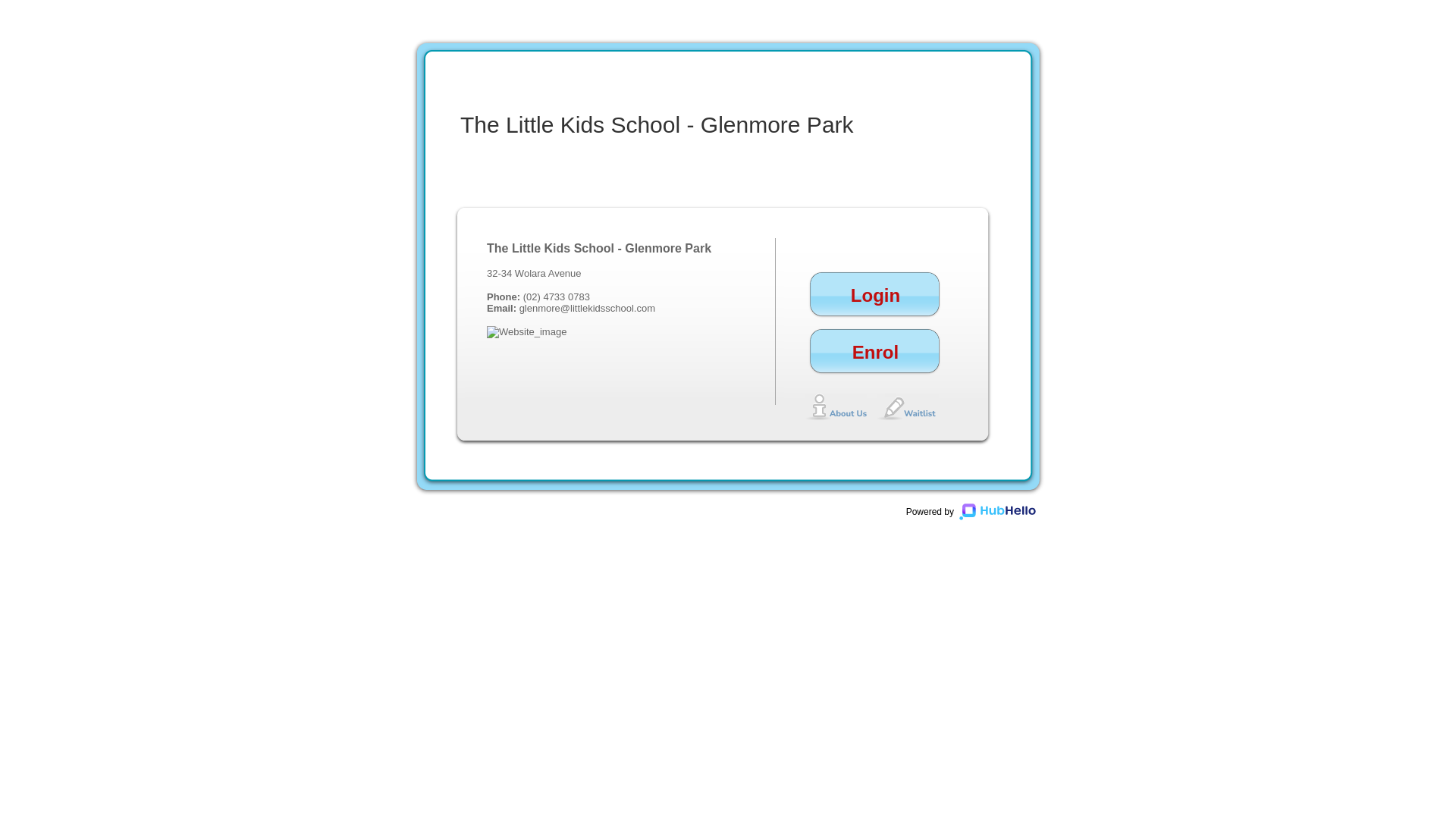 The width and height of the screenshot is (1456, 819). Describe the element at coordinates (1105, 458) in the screenshot. I see `'Back'` at that location.